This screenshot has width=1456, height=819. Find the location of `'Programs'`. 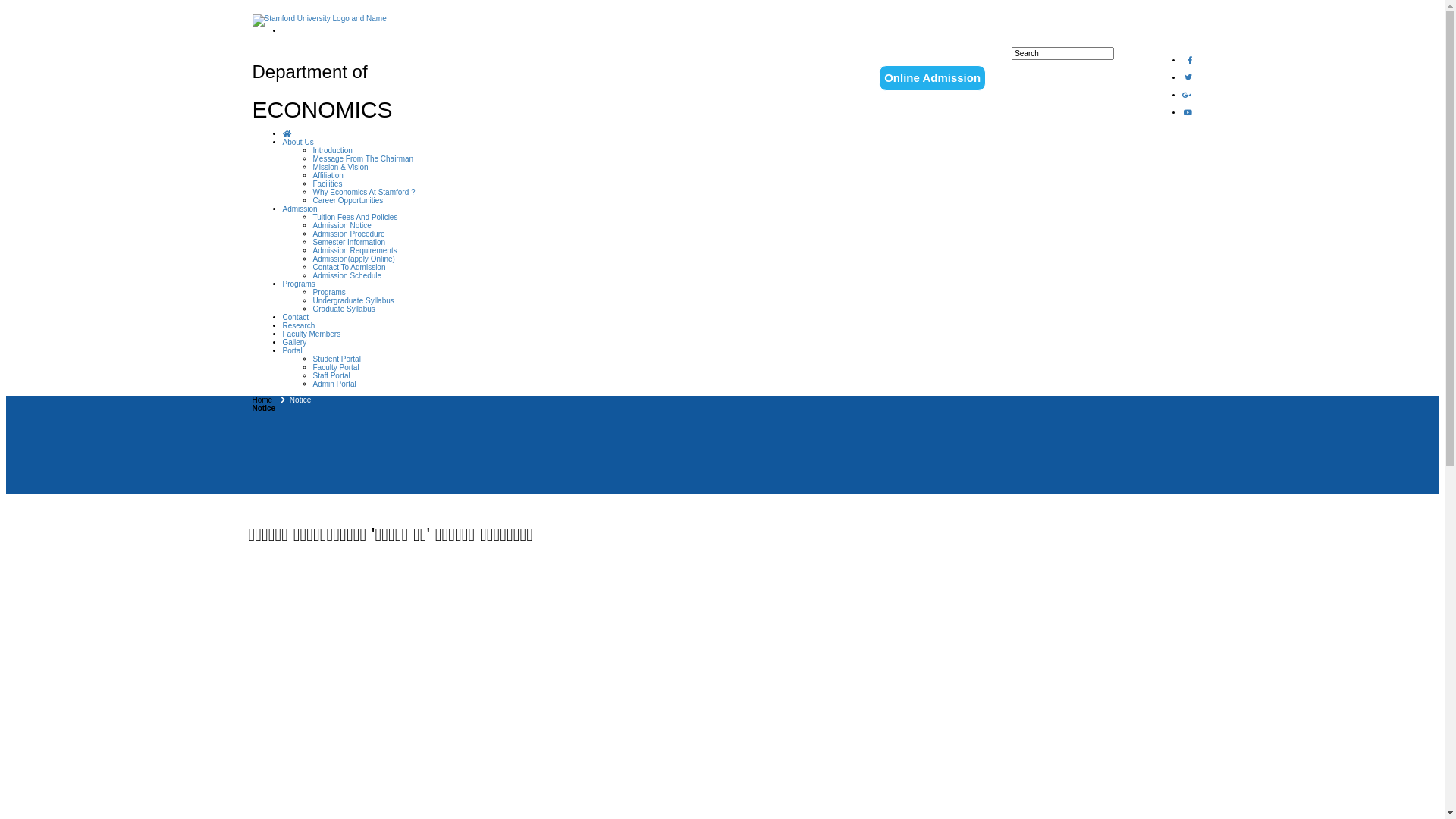

'Programs' is located at coordinates (328, 292).